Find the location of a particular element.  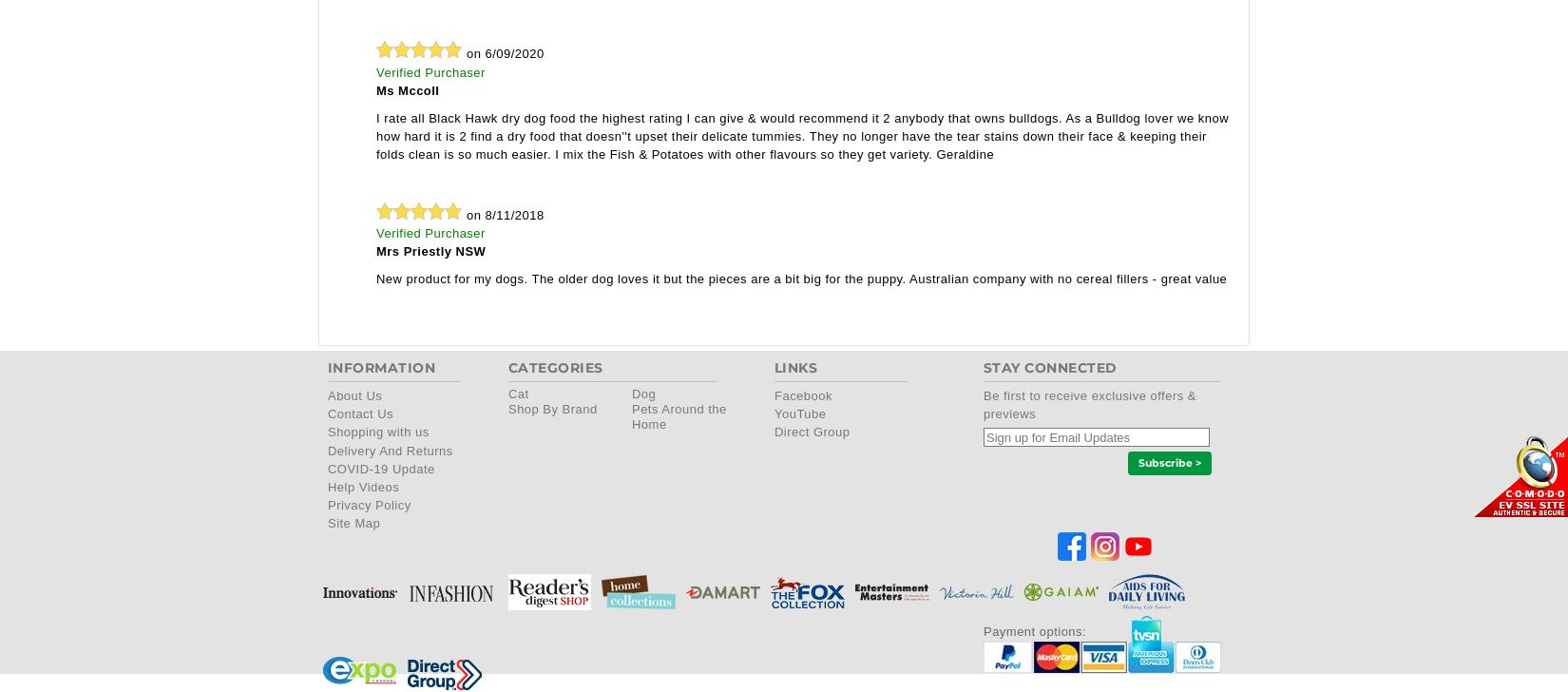

'Help Videos' is located at coordinates (363, 485).